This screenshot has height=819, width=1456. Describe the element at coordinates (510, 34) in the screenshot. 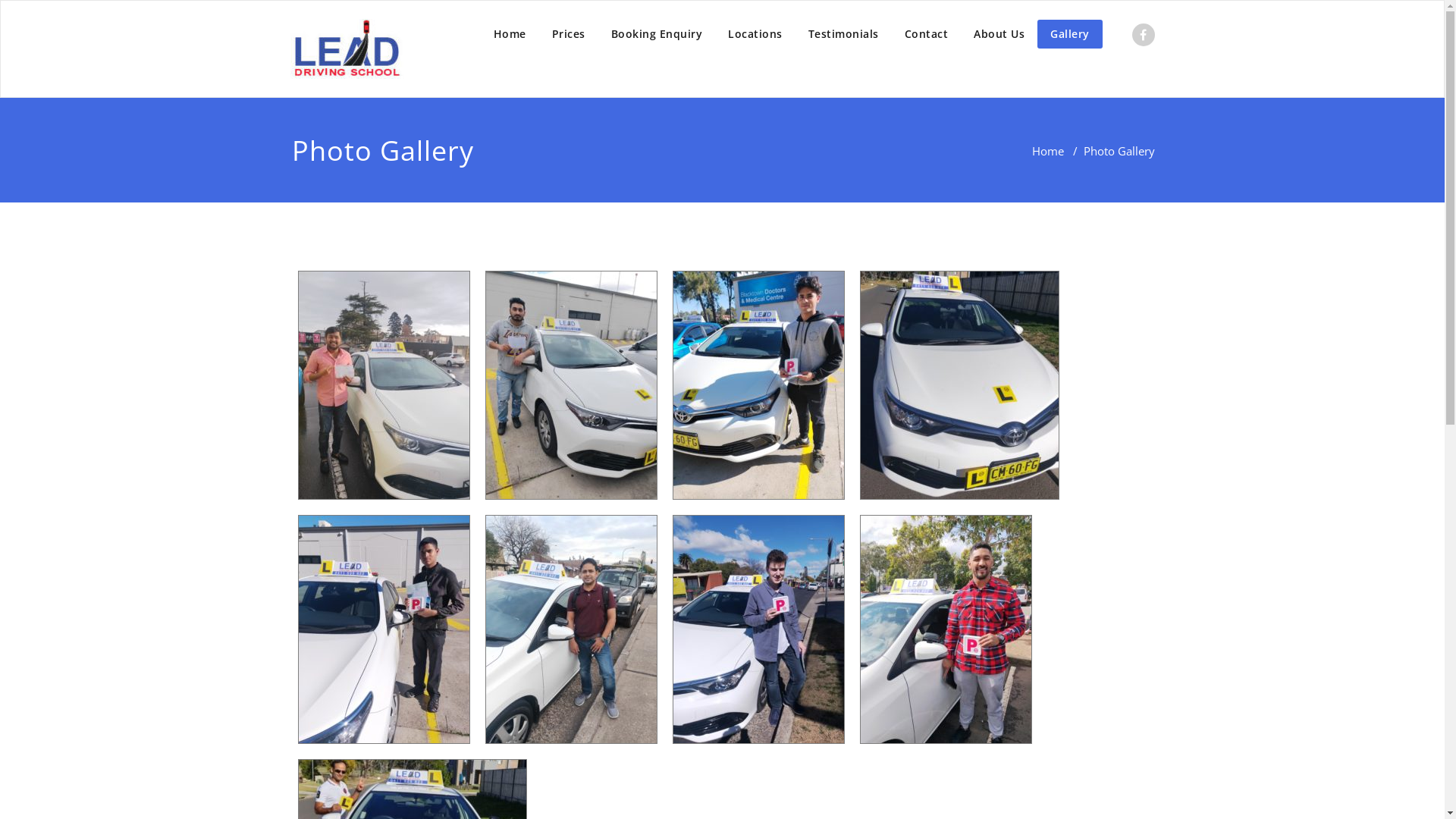

I see `'Home'` at that location.